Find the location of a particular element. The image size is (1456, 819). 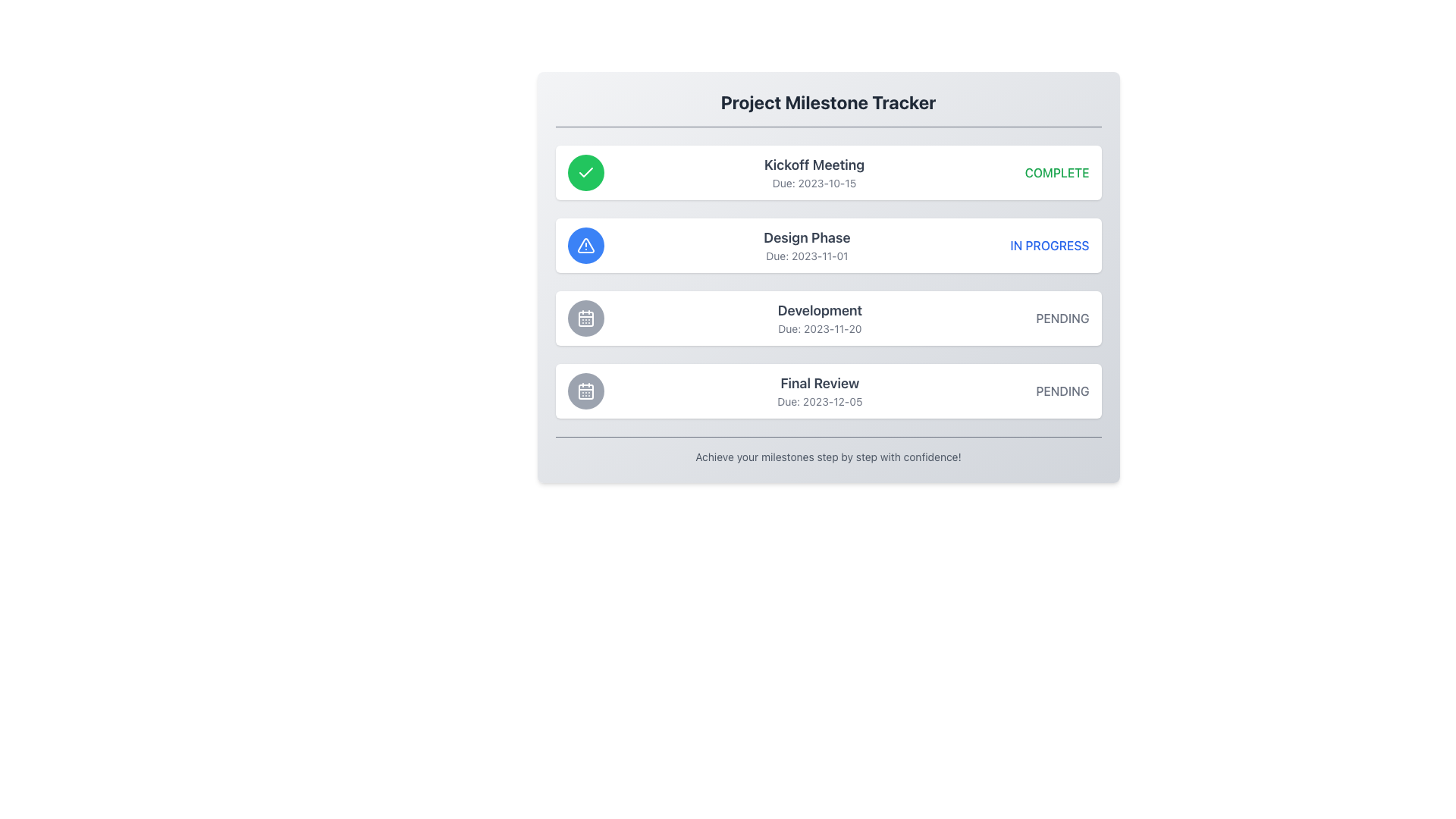

the 'Design Phase' milestone icon located on the far left of its row, which serves as a visual cue for users is located at coordinates (585, 245).